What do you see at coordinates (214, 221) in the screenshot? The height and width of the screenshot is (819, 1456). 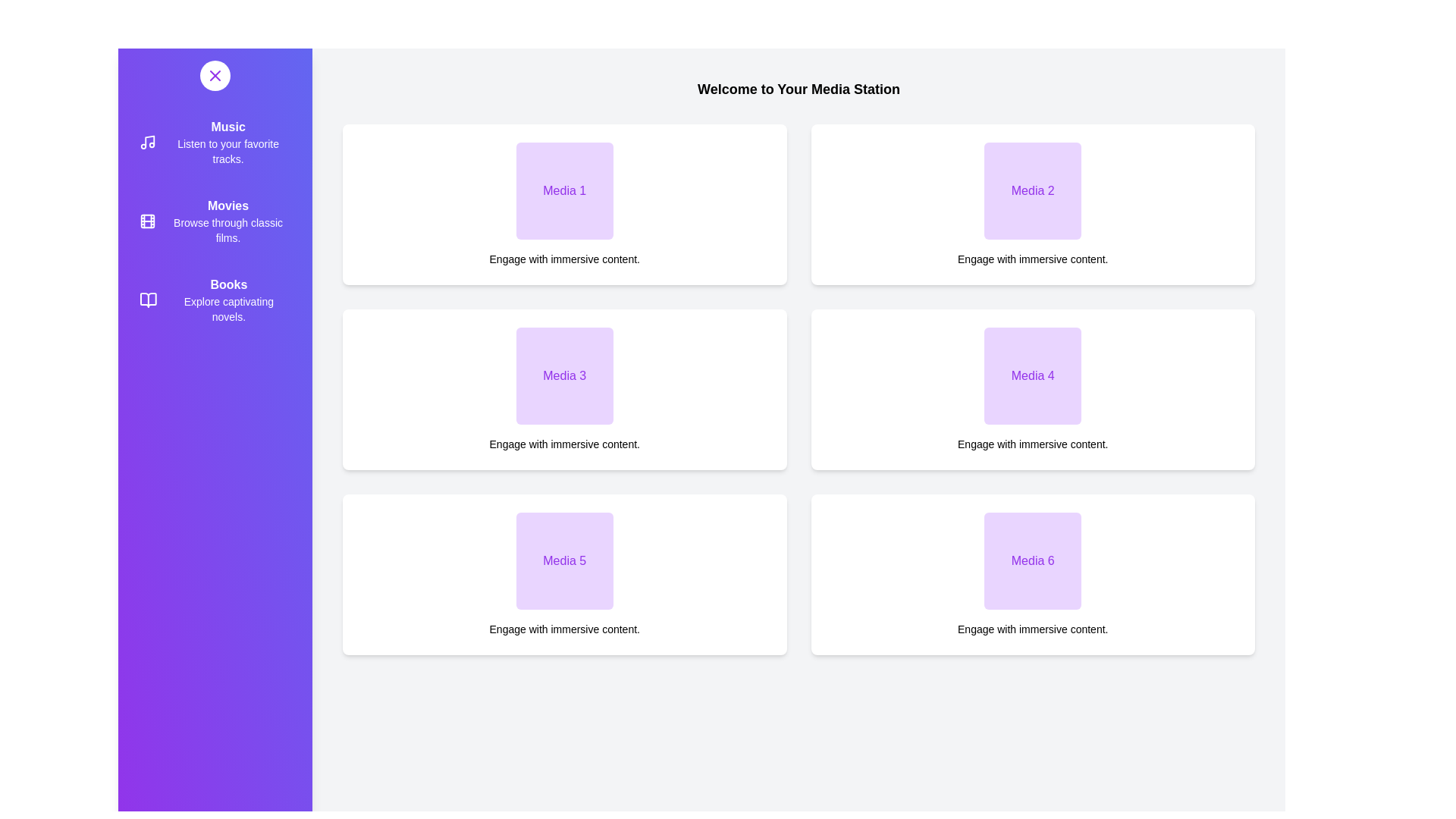 I see `the media category Movies to view its description` at bounding box center [214, 221].